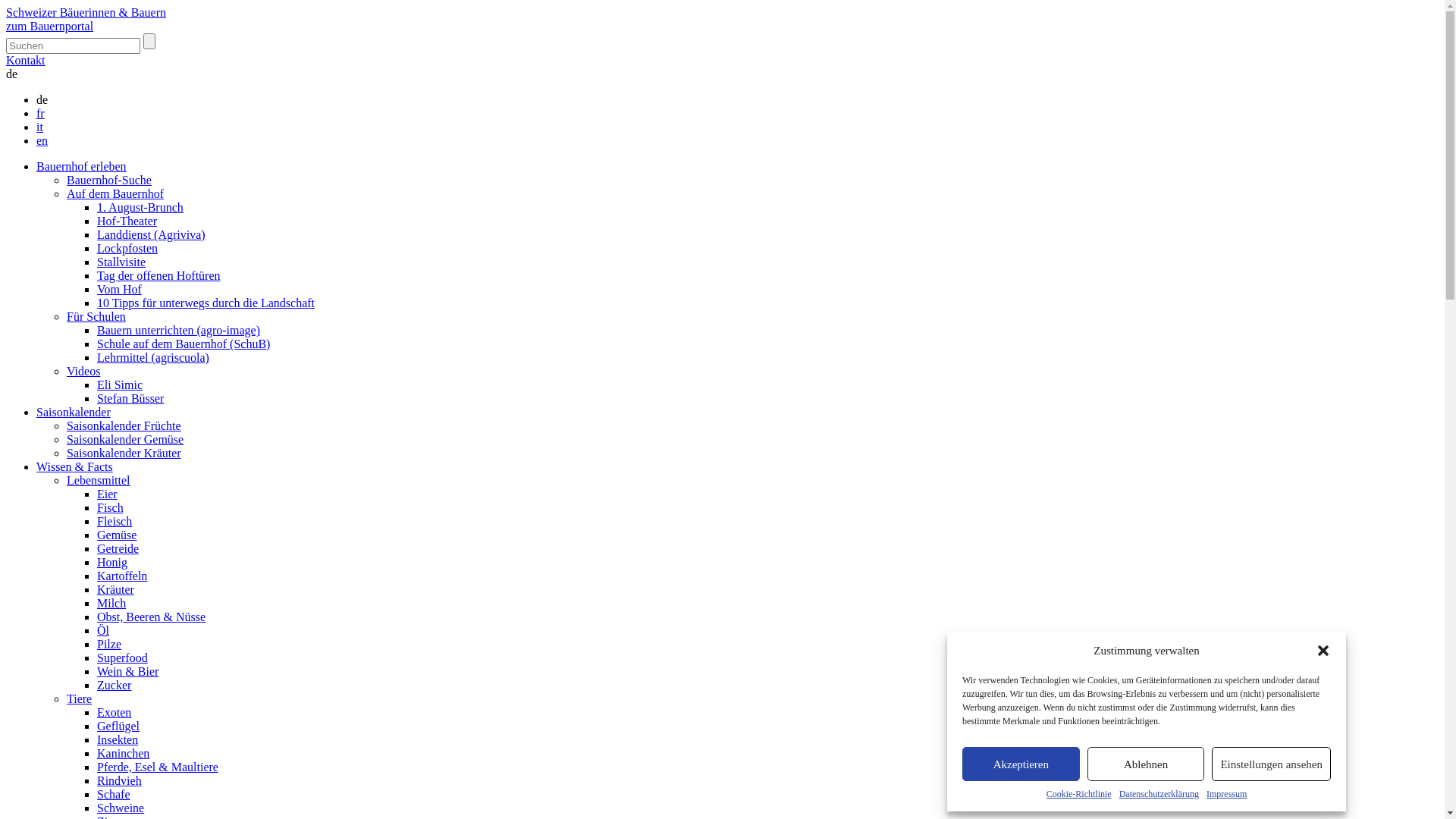  I want to click on 'Hof-Theater', so click(96, 221).